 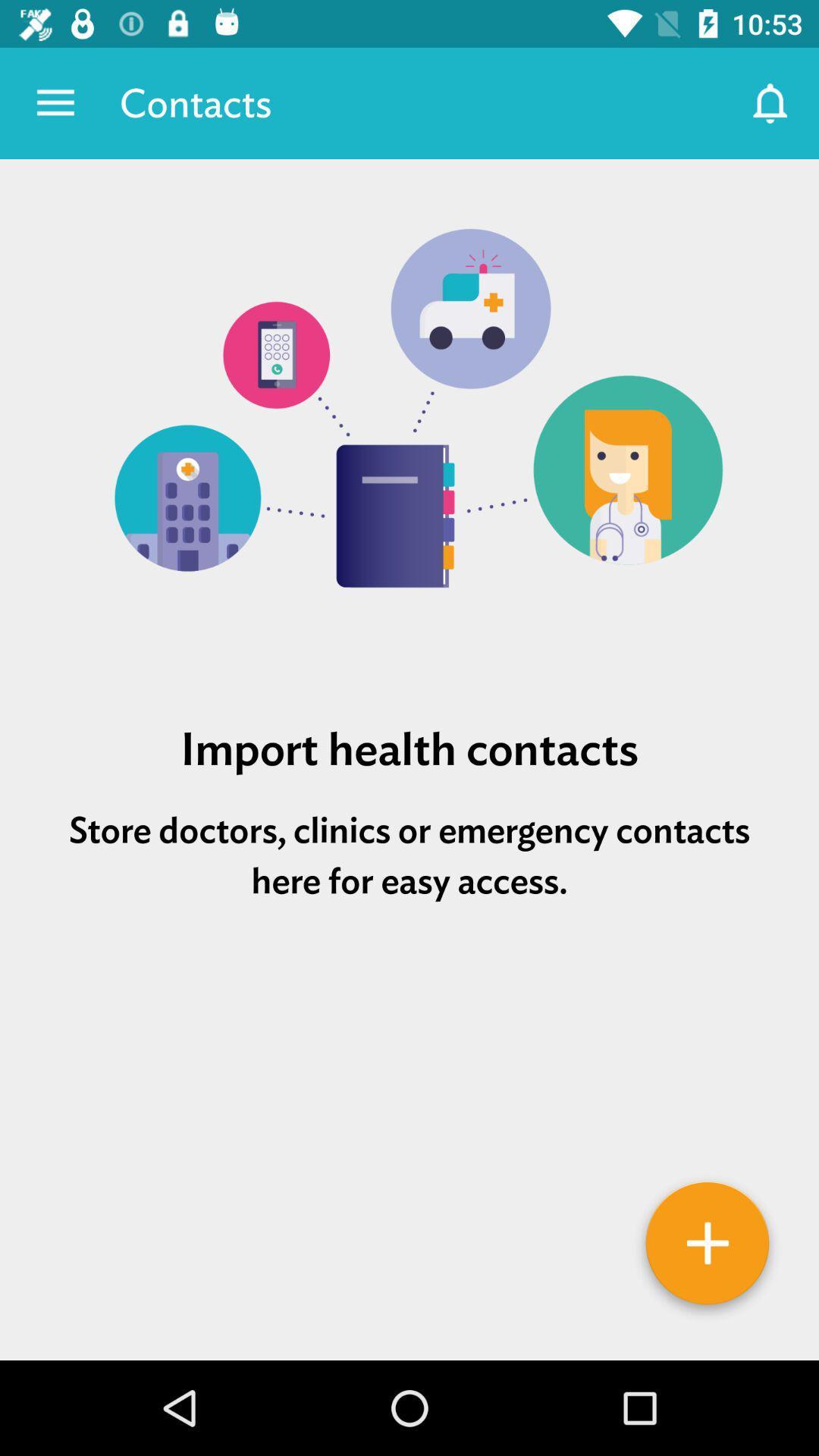 What do you see at coordinates (771, 102) in the screenshot?
I see `the item next to the contacts` at bounding box center [771, 102].